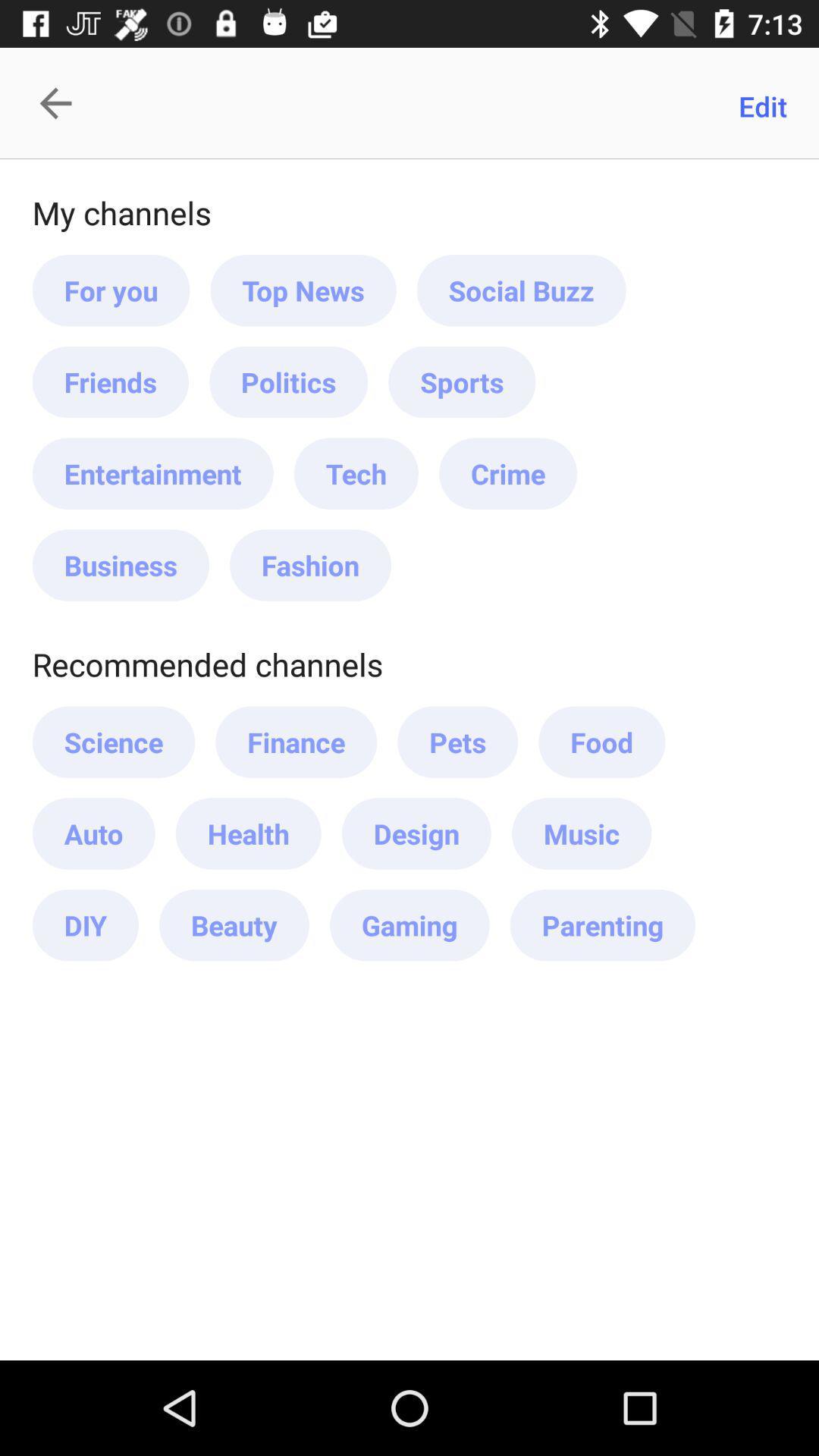 This screenshot has height=1456, width=819. What do you see at coordinates (63, 102) in the screenshot?
I see `the arrow_backward icon` at bounding box center [63, 102].